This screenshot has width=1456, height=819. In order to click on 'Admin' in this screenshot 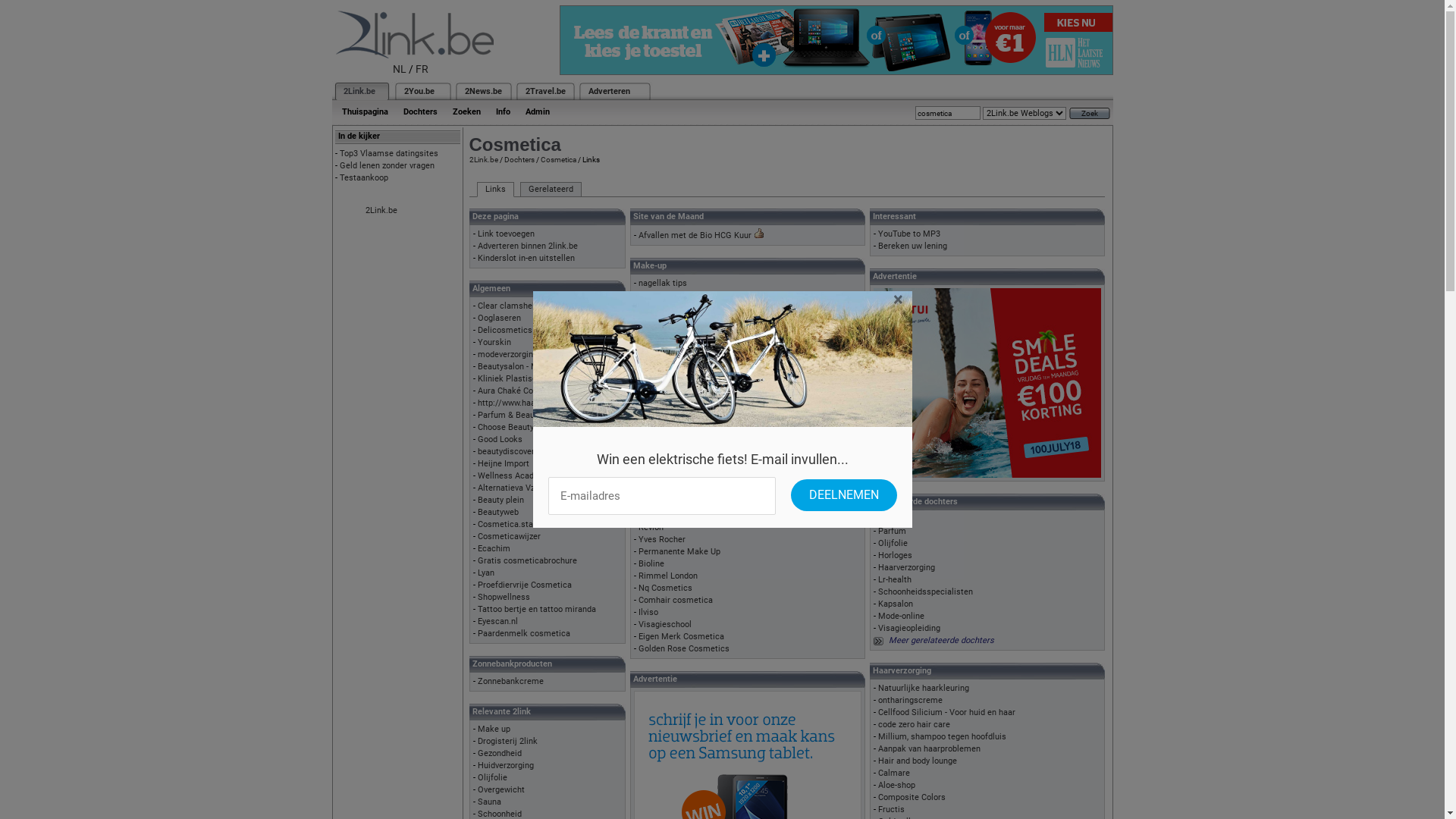, I will do `click(537, 111)`.